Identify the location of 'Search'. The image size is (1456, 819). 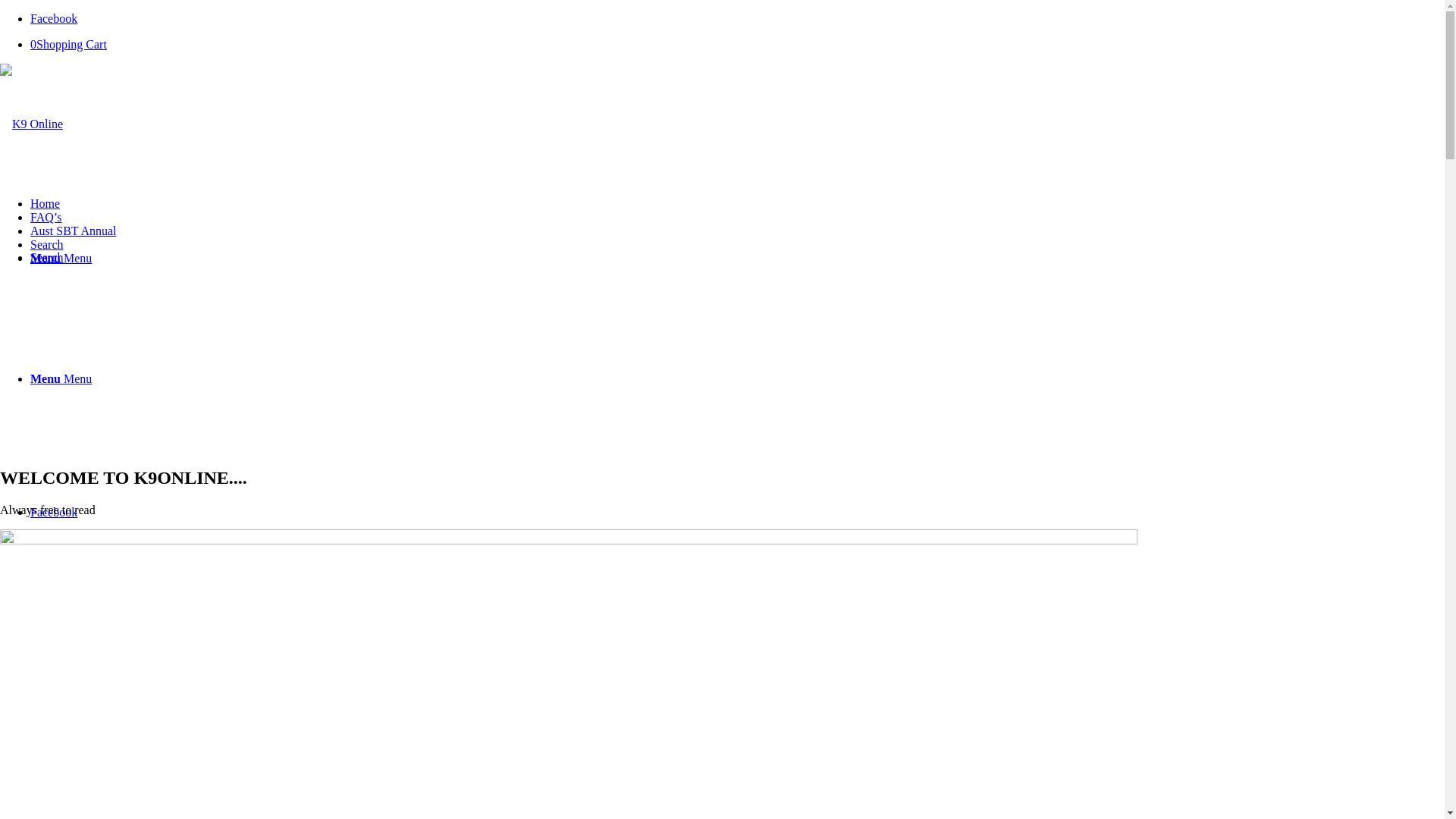
(47, 256).